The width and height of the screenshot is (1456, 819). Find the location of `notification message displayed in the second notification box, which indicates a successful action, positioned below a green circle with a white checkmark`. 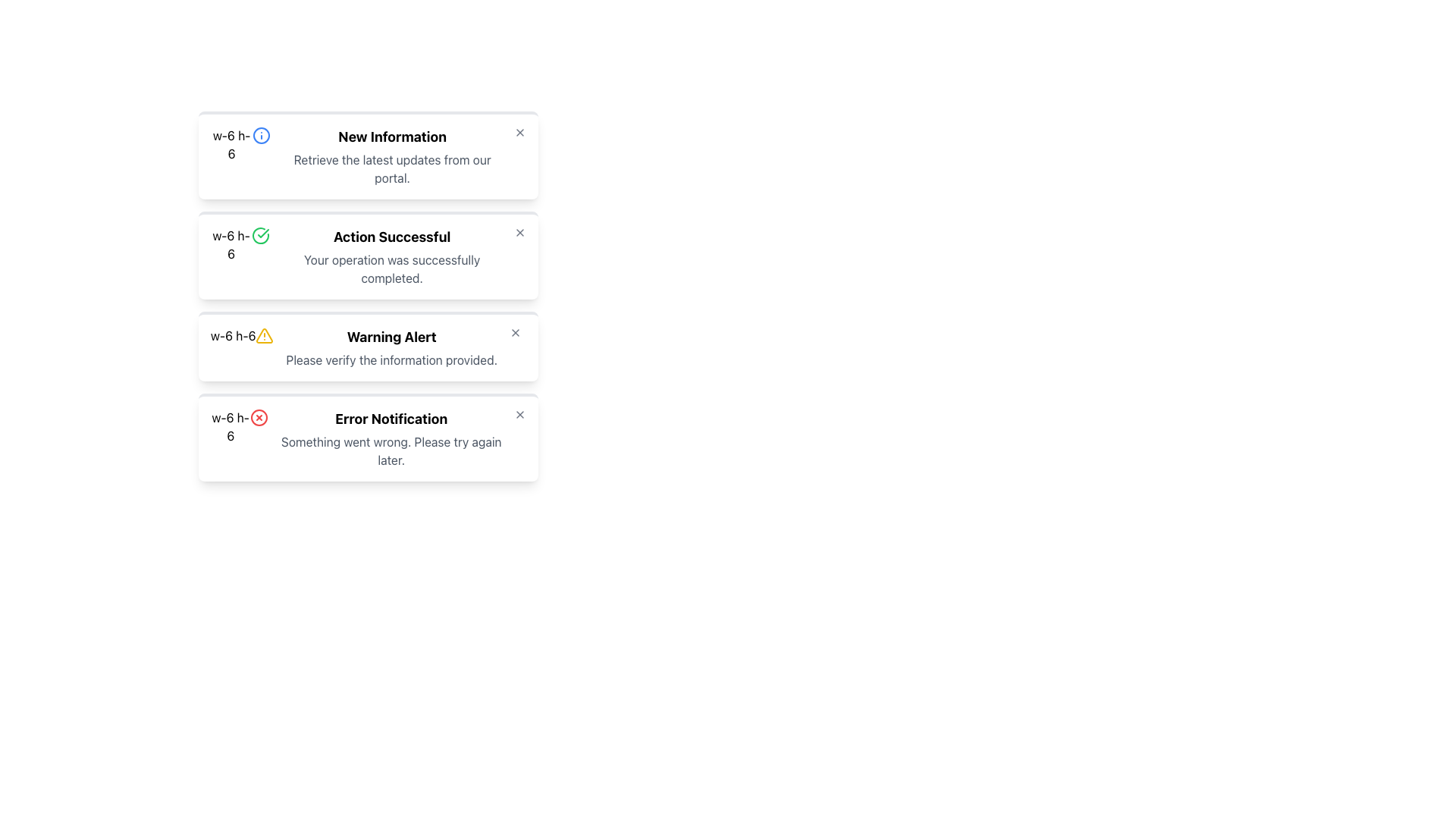

notification message displayed in the second notification box, which indicates a successful action, positioned below a green circle with a white checkmark is located at coordinates (392, 256).